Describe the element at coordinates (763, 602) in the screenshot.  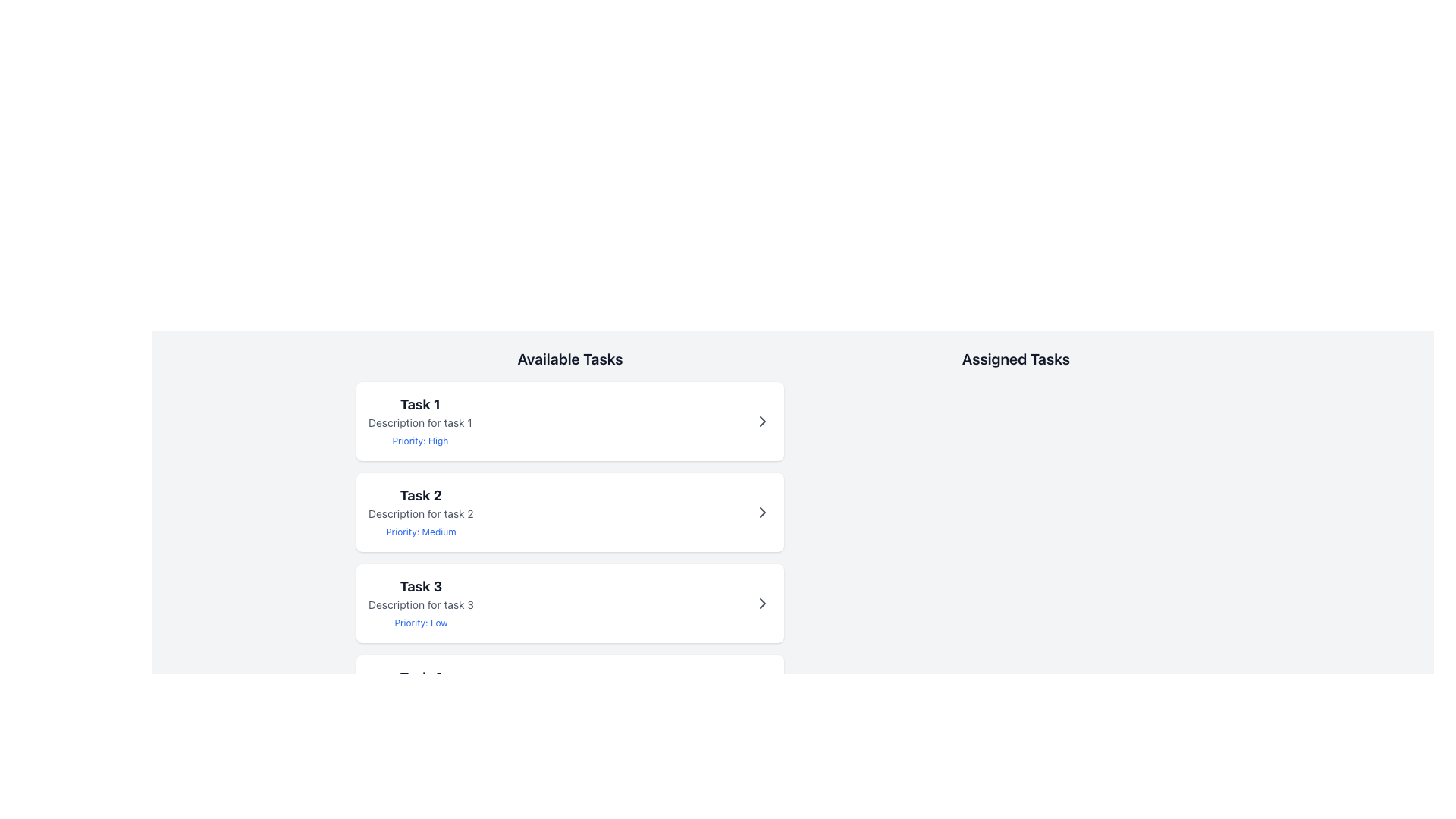
I see `the chevron button-like icon located on the far right of the task card labeled 'Task 3' in the 'Available Tasks' section` at that location.